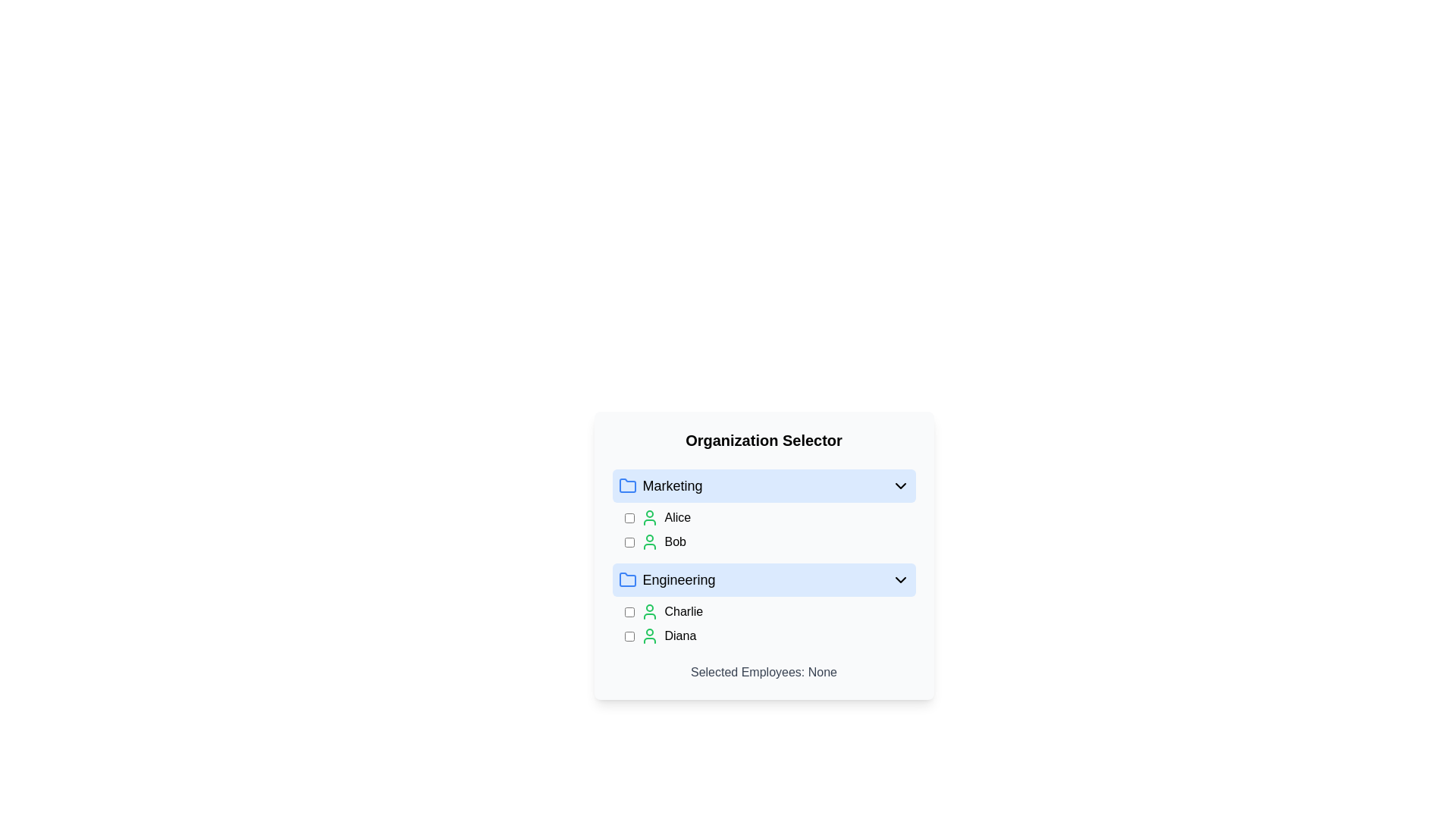  What do you see at coordinates (900, 579) in the screenshot?
I see `the chevron icon located at the far right of the 'Engineering' section header to toggle the expansion or collapse of its content` at bounding box center [900, 579].